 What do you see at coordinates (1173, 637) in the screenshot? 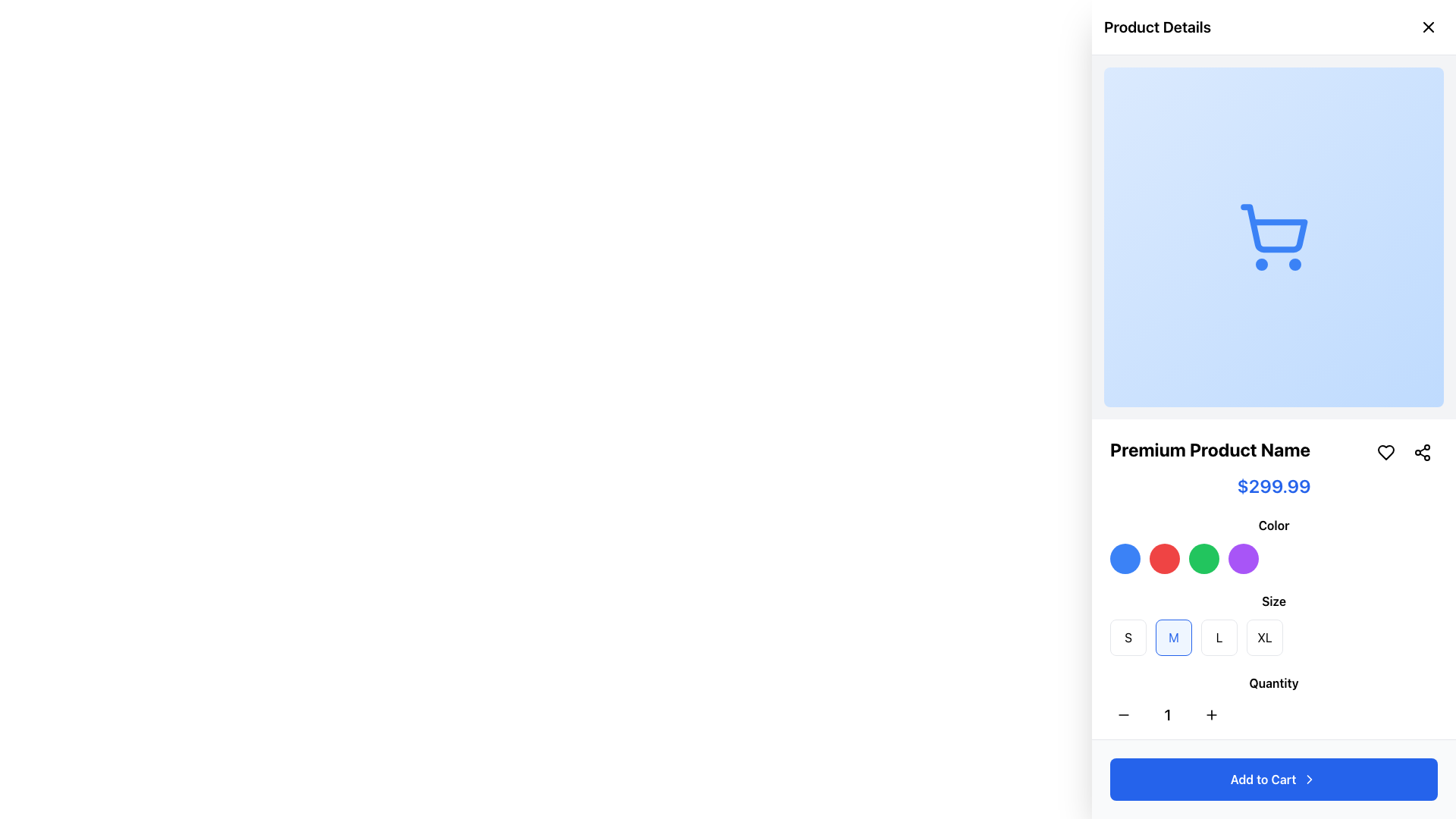
I see `the medium-sized button with rounded corners, light blue background, and the letter 'M' in blue font, located in the 'Size' section of the product details panel` at bounding box center [1173, 637].